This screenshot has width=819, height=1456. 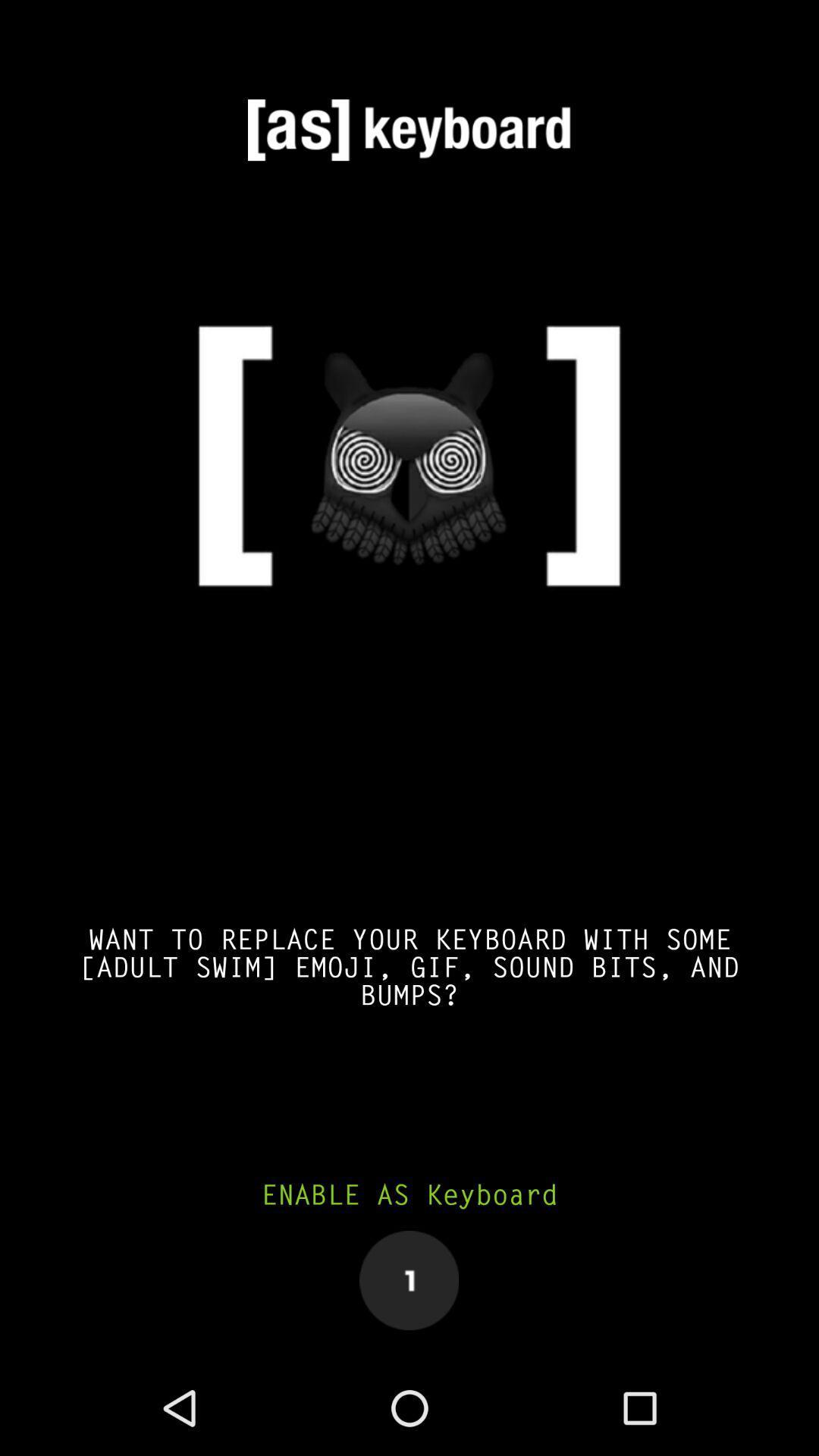 I want to click on item below the want to replace icon, so click(x=409, y=1194).